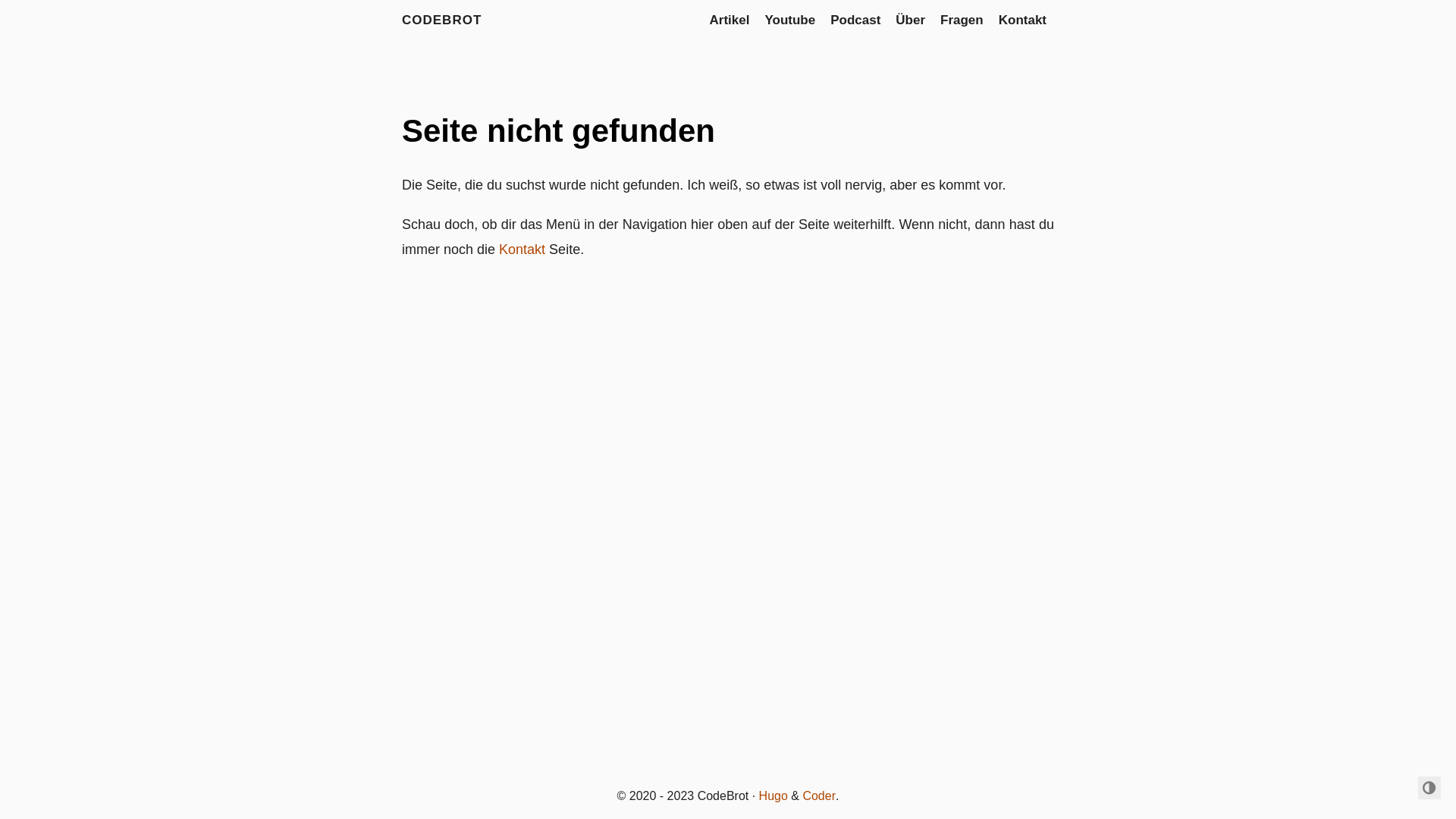  I want to click on 'Artikel', so click(730, 20).